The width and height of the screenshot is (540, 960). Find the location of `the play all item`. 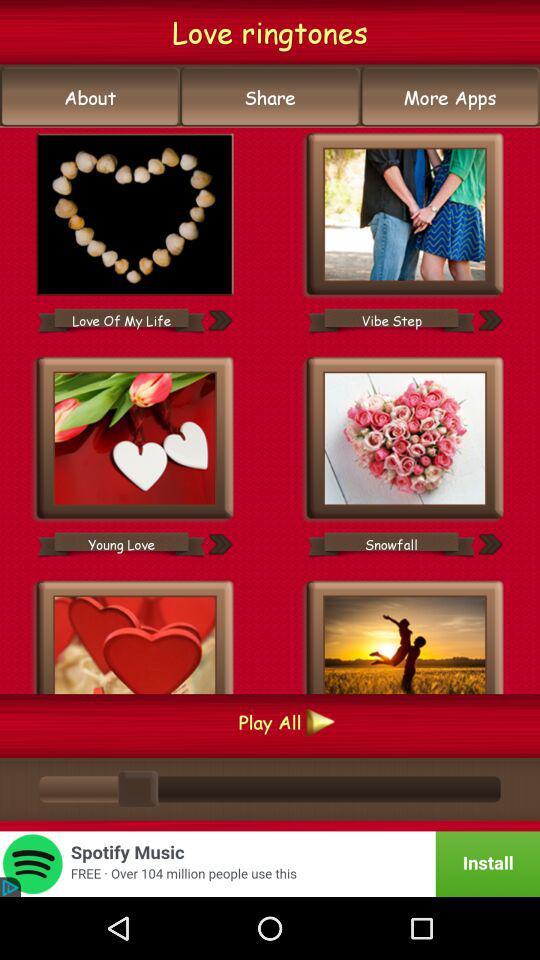

the play all item is located at coordinates (270, 721).